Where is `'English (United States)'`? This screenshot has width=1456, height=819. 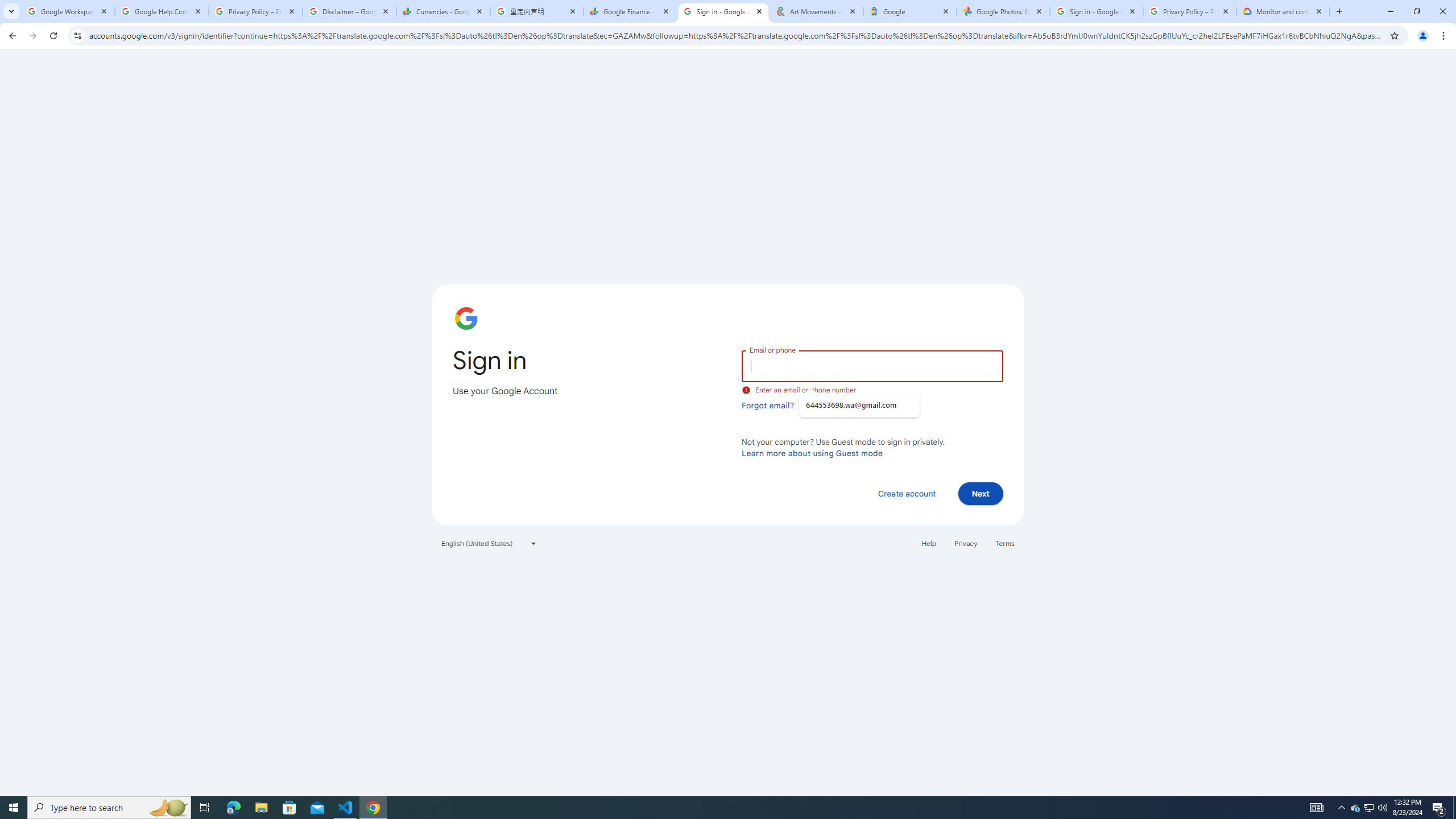
'English (United States)' is located at coordinates (489, 543).